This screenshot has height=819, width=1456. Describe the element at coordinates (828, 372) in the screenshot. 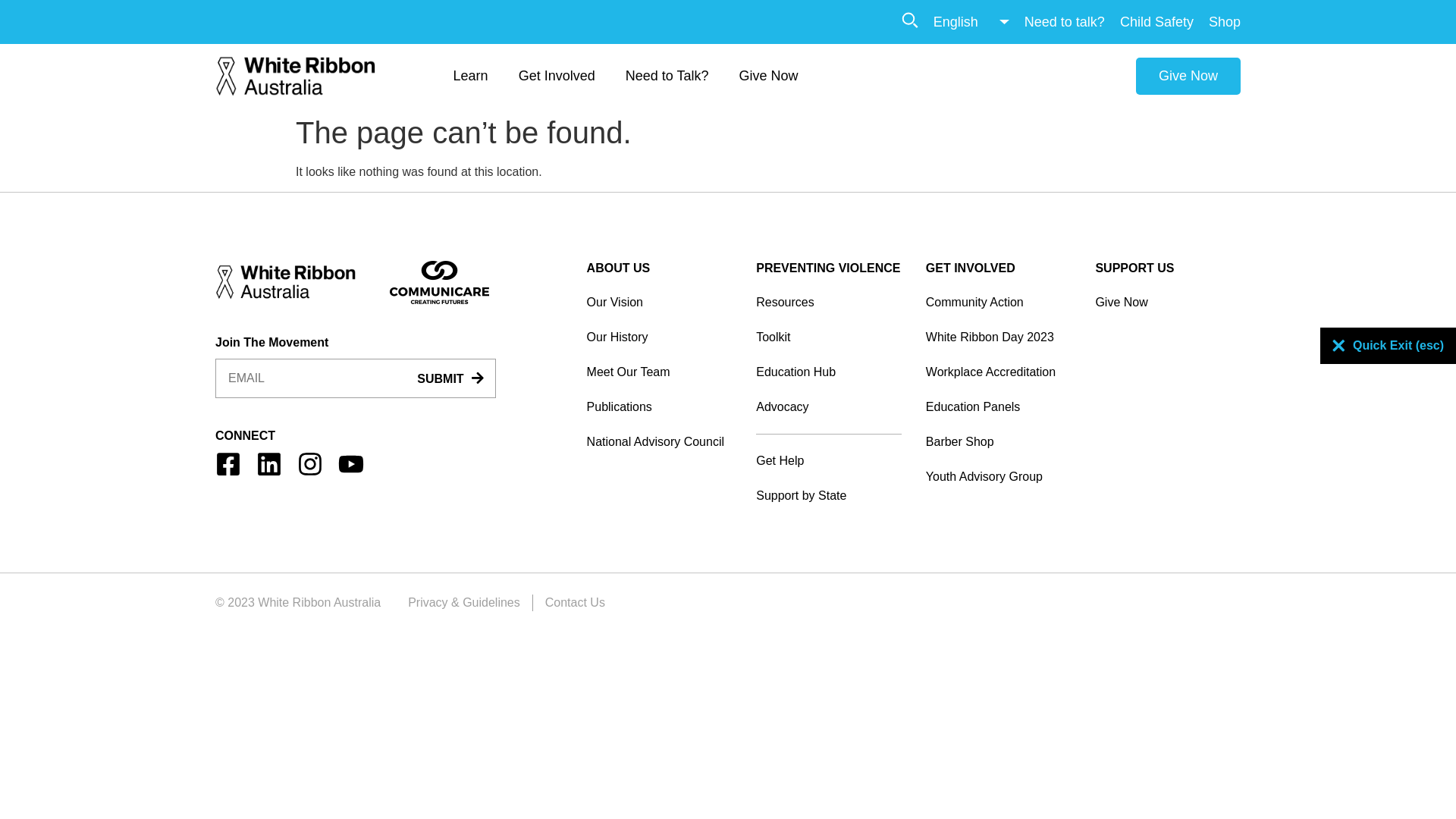

I see `'Education Hub'` at that location.